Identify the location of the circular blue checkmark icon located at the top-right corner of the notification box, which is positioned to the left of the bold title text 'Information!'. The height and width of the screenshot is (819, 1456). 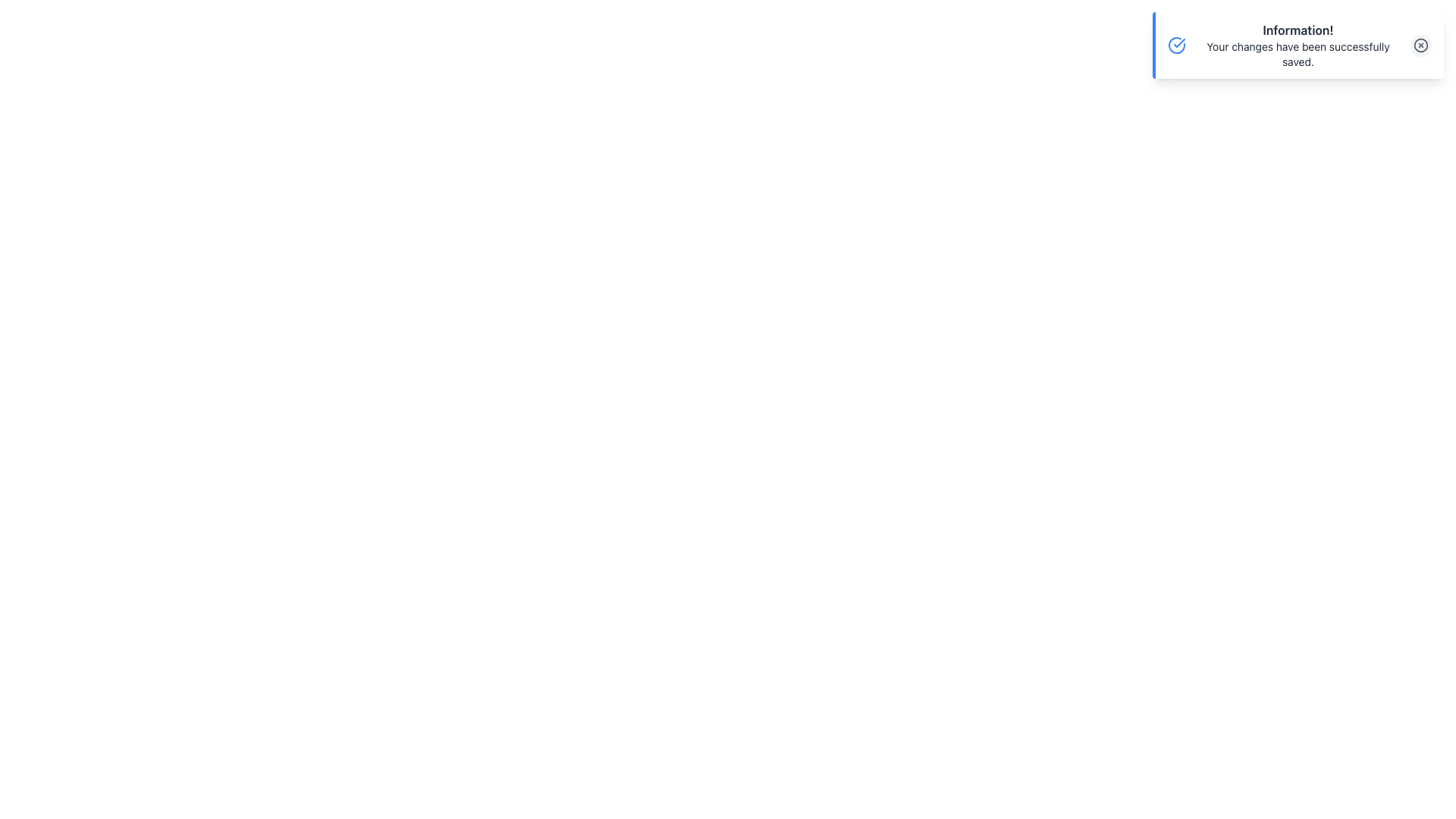
(1175, 45).